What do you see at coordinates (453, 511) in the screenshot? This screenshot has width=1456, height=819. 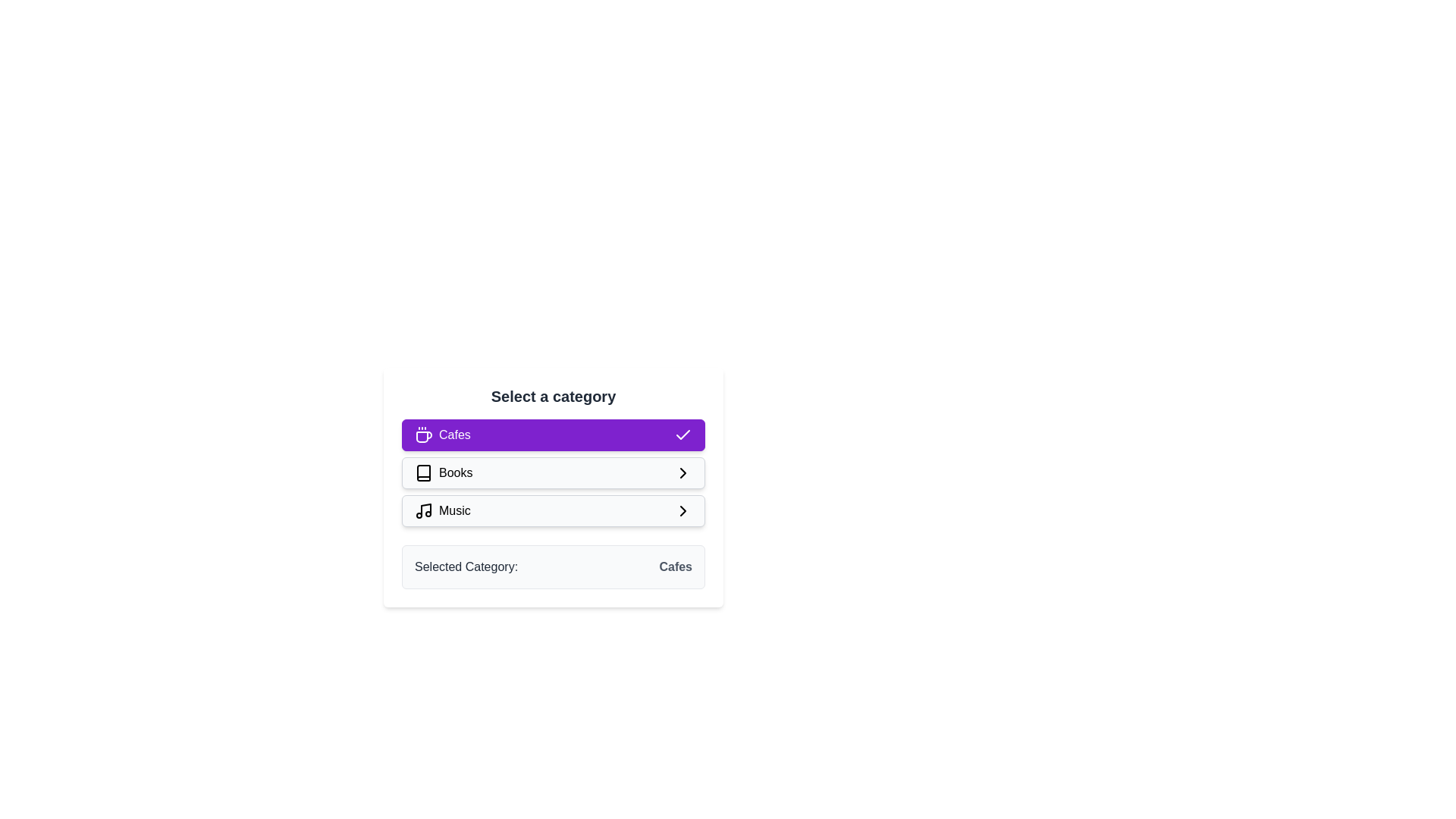 I see `the 'Music' category label, which is the third item in the list below the heading 'Select a category'` at bounding box center [453, 511].